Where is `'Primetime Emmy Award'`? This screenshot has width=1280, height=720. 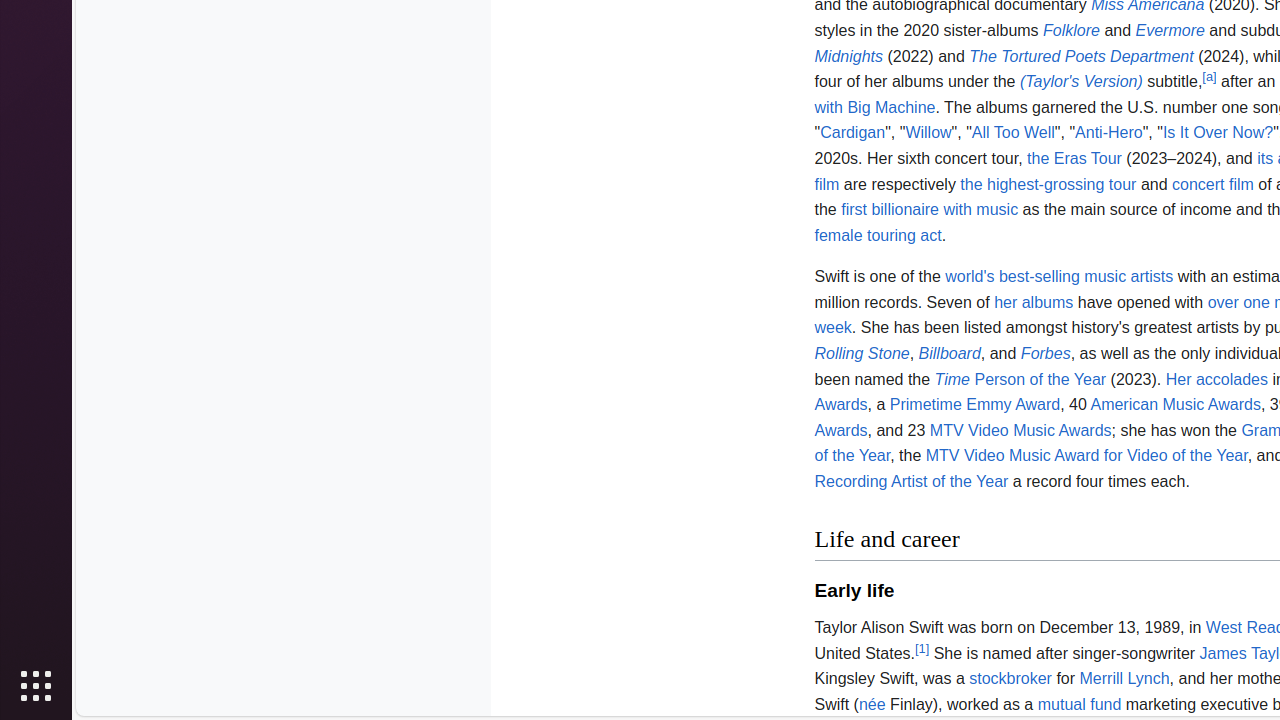
'Primetime Emmy Award' is located at coordinates (974, 405).